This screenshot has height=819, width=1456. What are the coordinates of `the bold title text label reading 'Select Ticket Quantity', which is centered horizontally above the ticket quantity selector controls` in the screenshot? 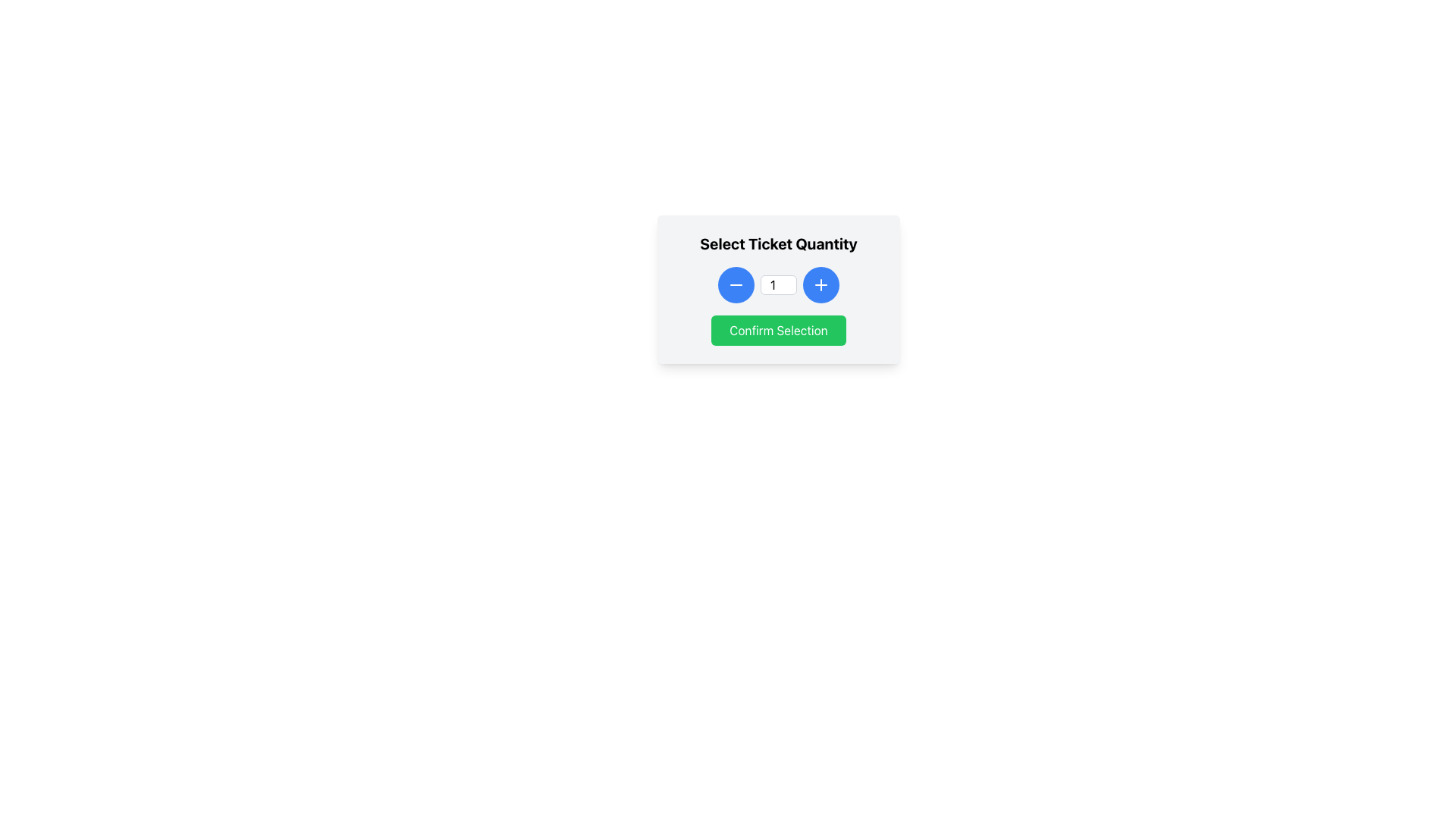 It's located at (779, 243).